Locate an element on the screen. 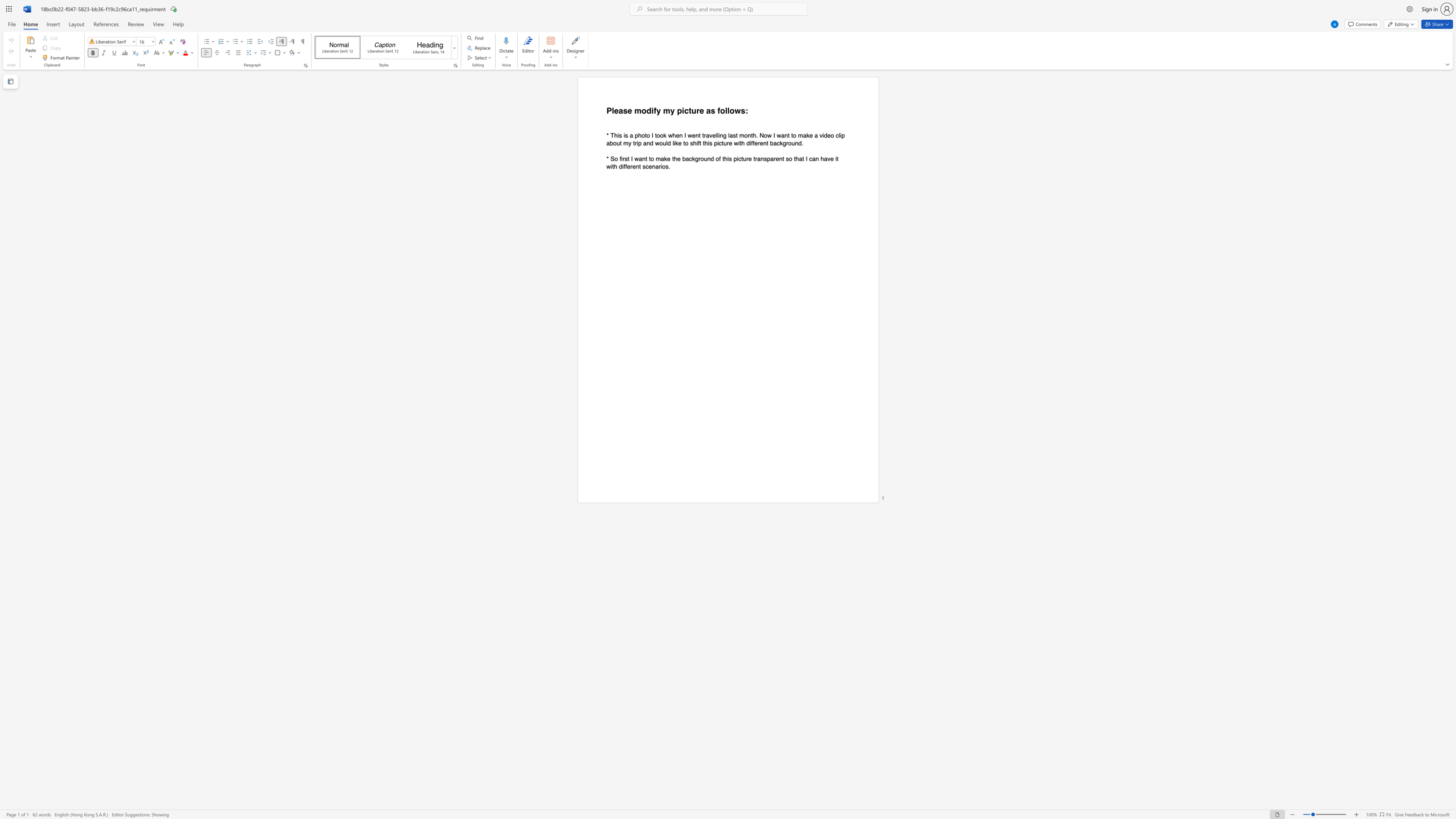 The height and width of the screenshot is (819, 1456). the 1th character "a" in the text is located at coordinates (708, 110).